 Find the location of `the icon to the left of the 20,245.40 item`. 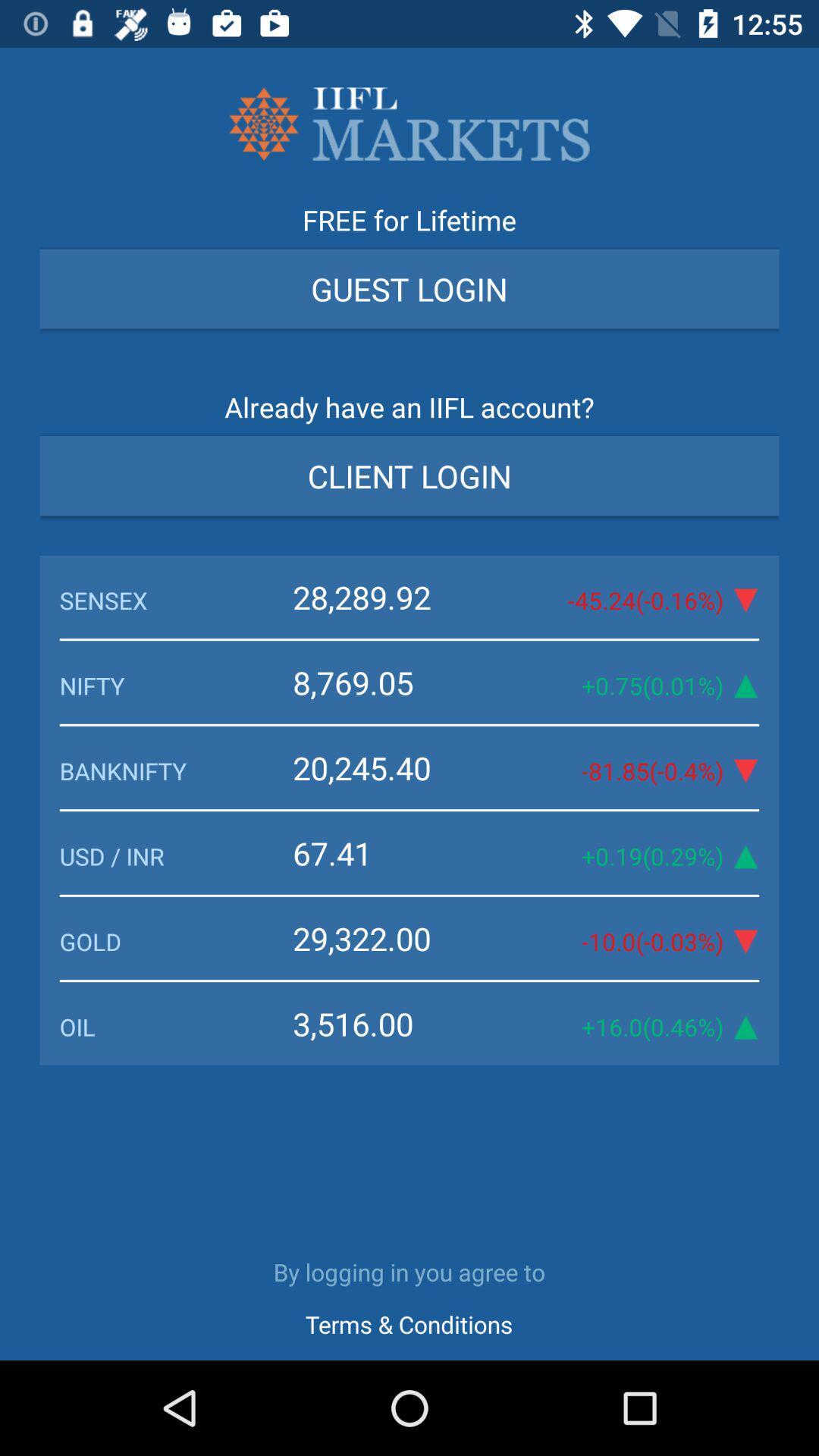

the icon to the left of the 20,245.40 item is located at coordinates (175, 770).